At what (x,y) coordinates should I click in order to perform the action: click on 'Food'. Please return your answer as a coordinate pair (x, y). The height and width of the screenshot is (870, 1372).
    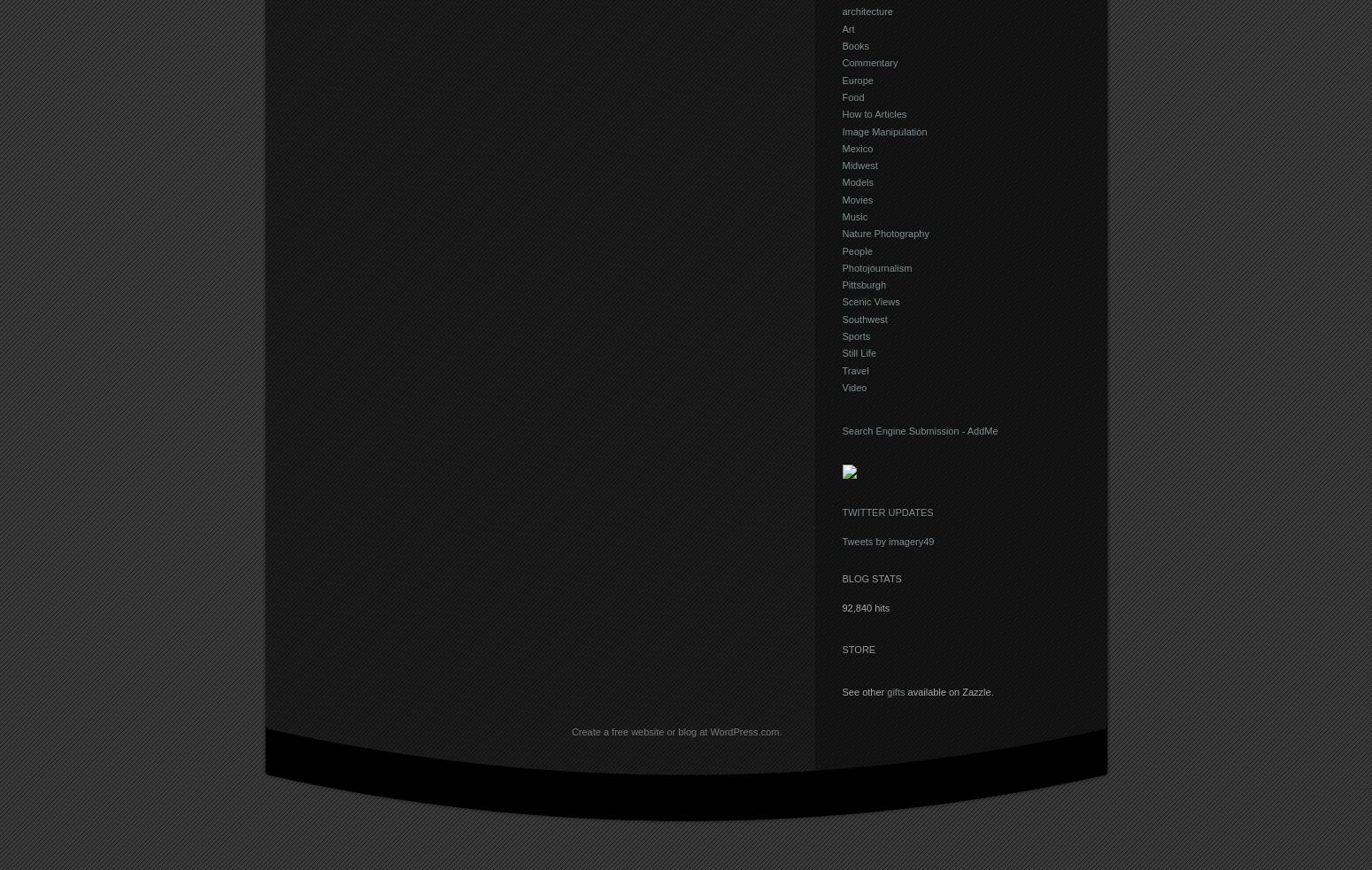
    Looking at the image, I should click on (840, 96).